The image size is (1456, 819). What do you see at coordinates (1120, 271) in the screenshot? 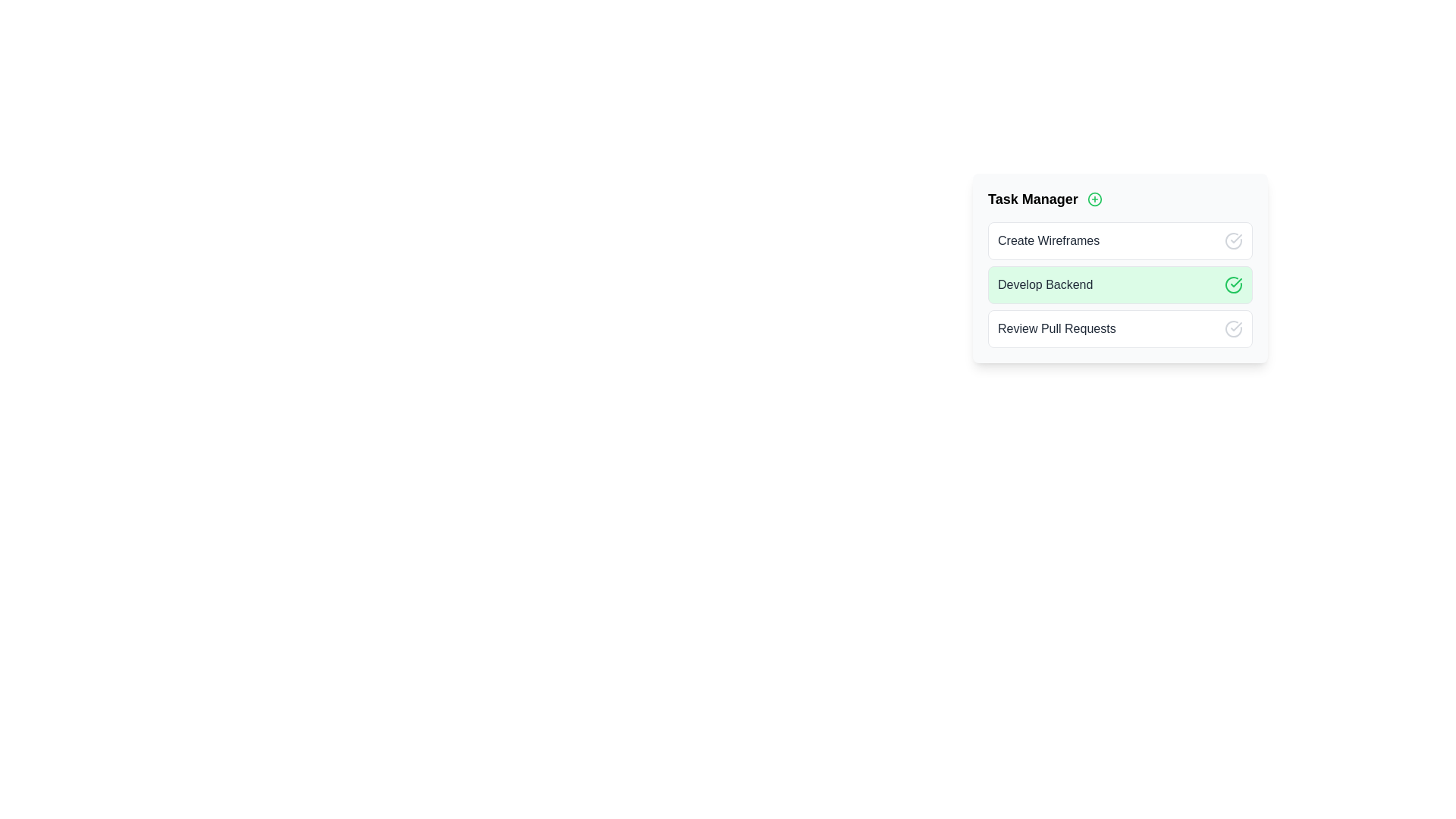
I see `the Task list item labeled 'Develop Backend' with a green completion indicator` at bounding box center [1120, 271].